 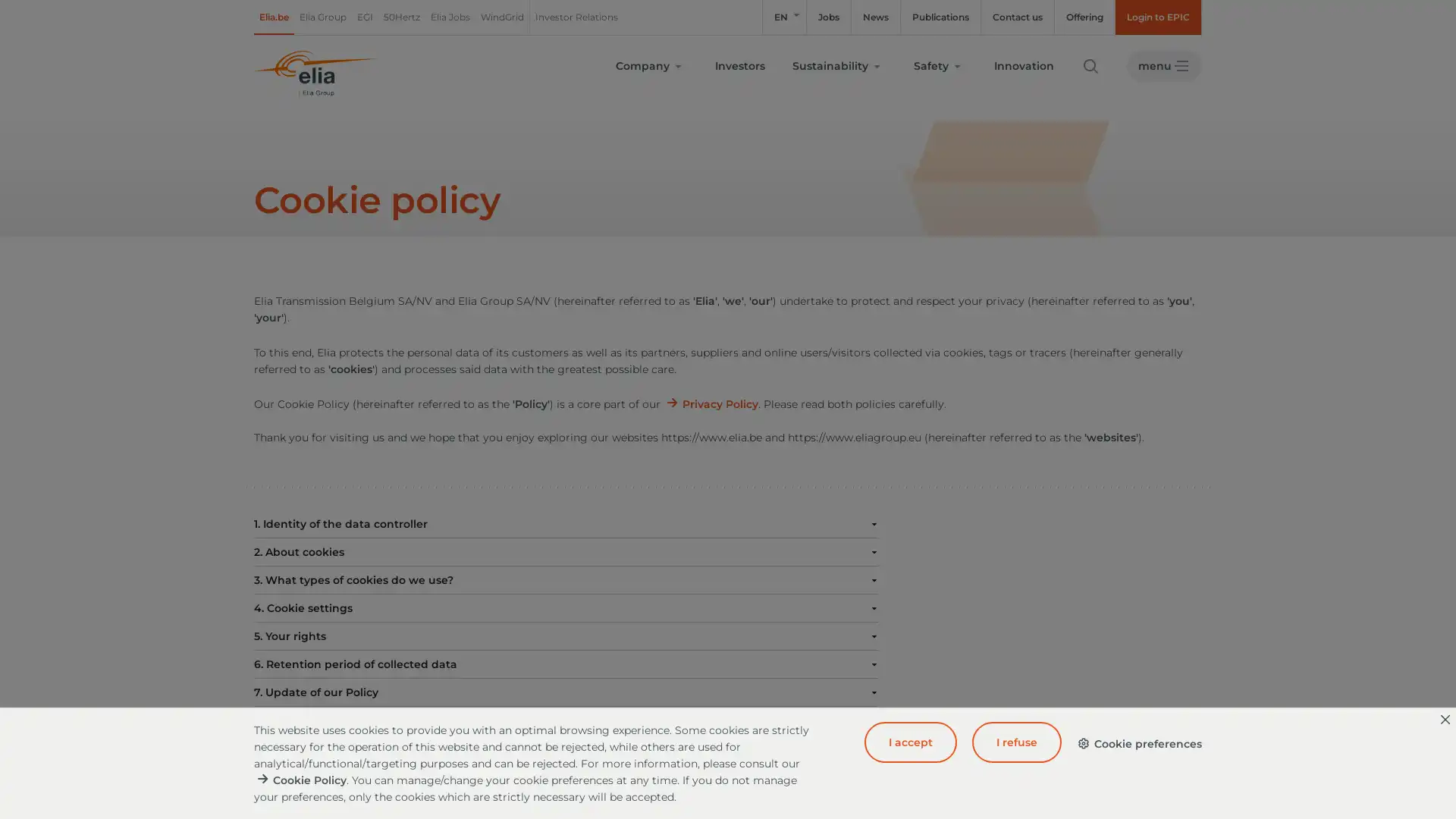 I want to click on menu, so click(x=1163, y=65).